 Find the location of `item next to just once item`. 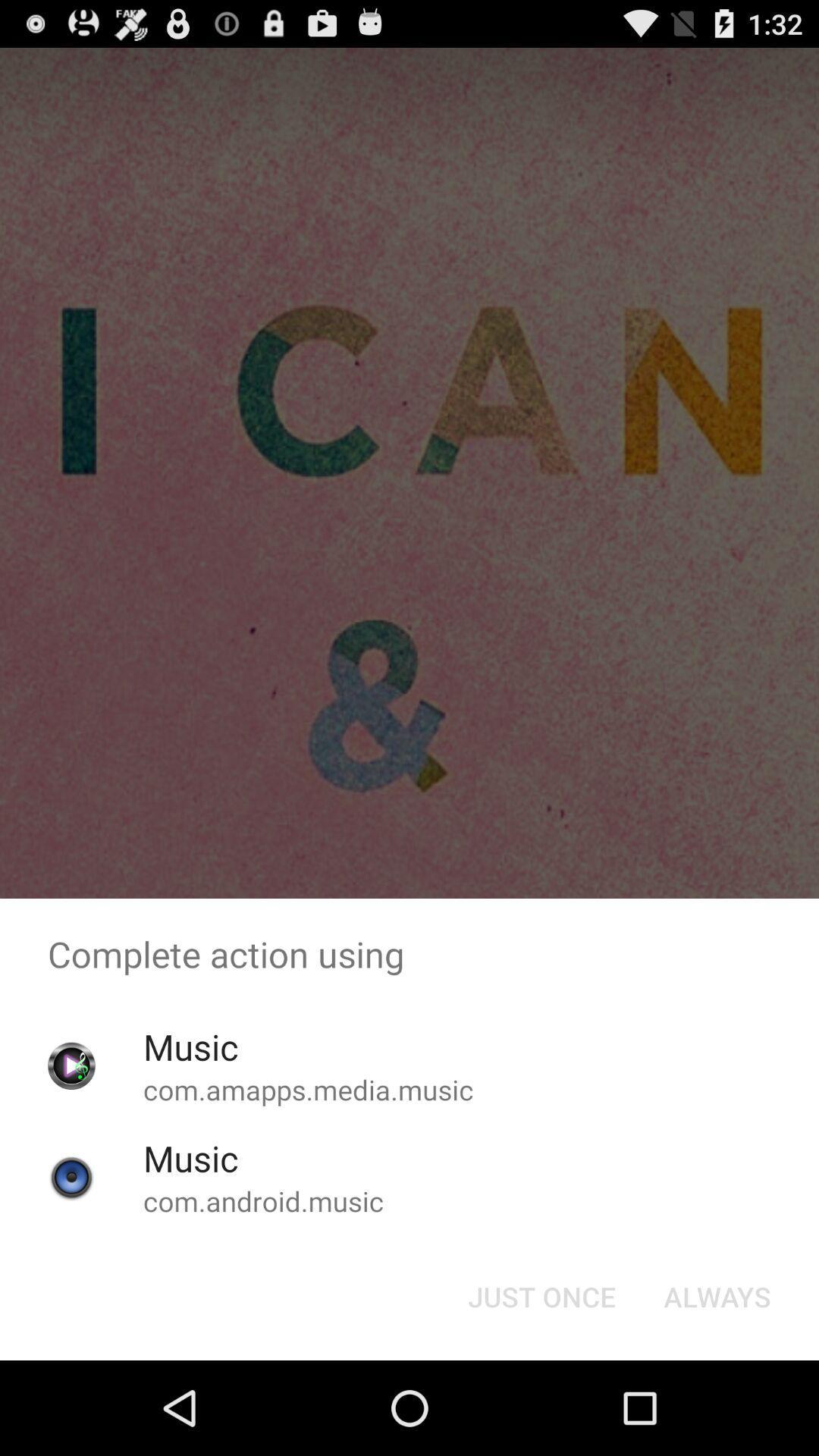

item next to just once item is located at coordinates (717, 1295).